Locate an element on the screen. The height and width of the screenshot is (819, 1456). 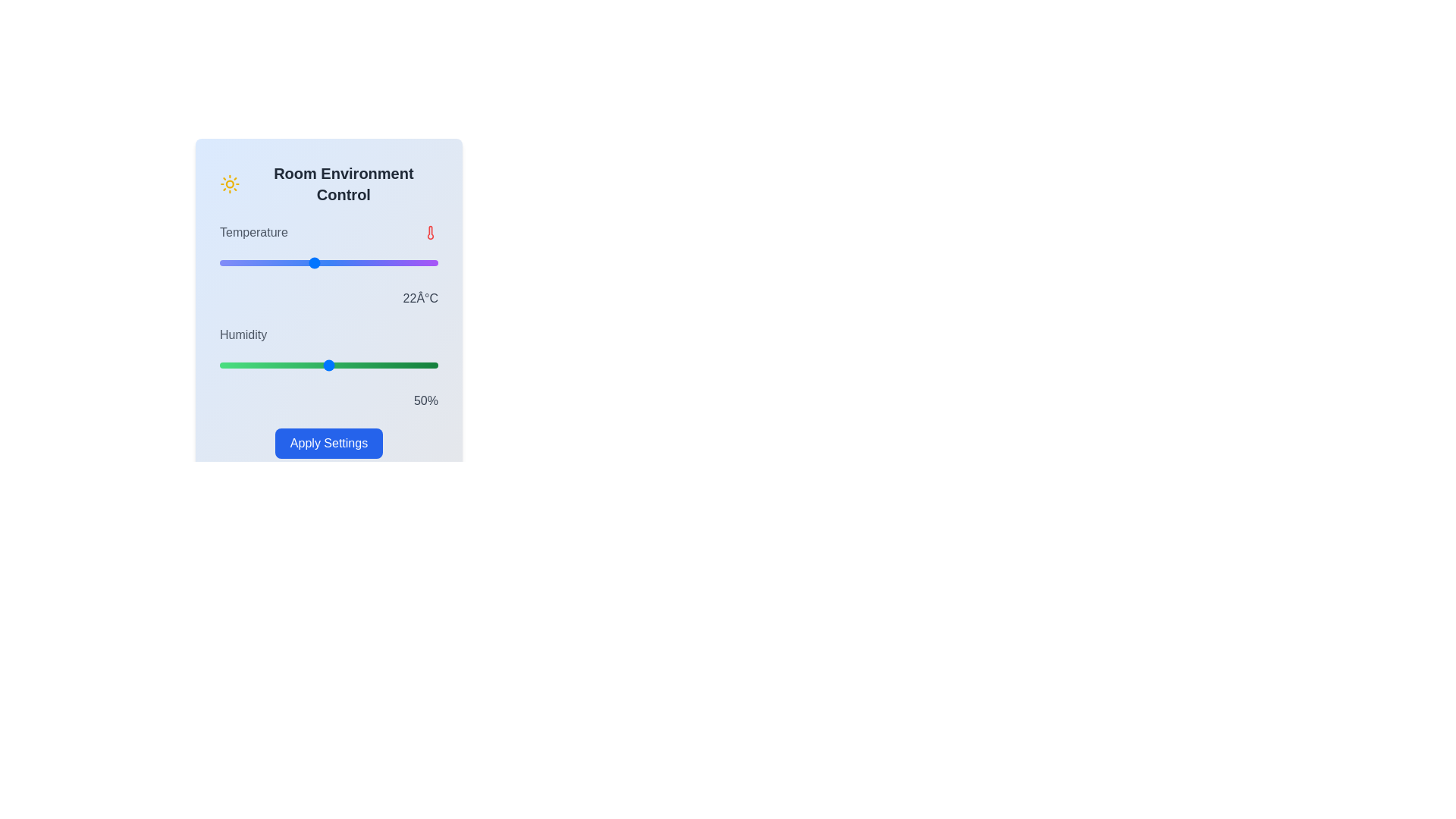
the humidity slider to set the humidity to 32% is located at coordinates (290, 366).